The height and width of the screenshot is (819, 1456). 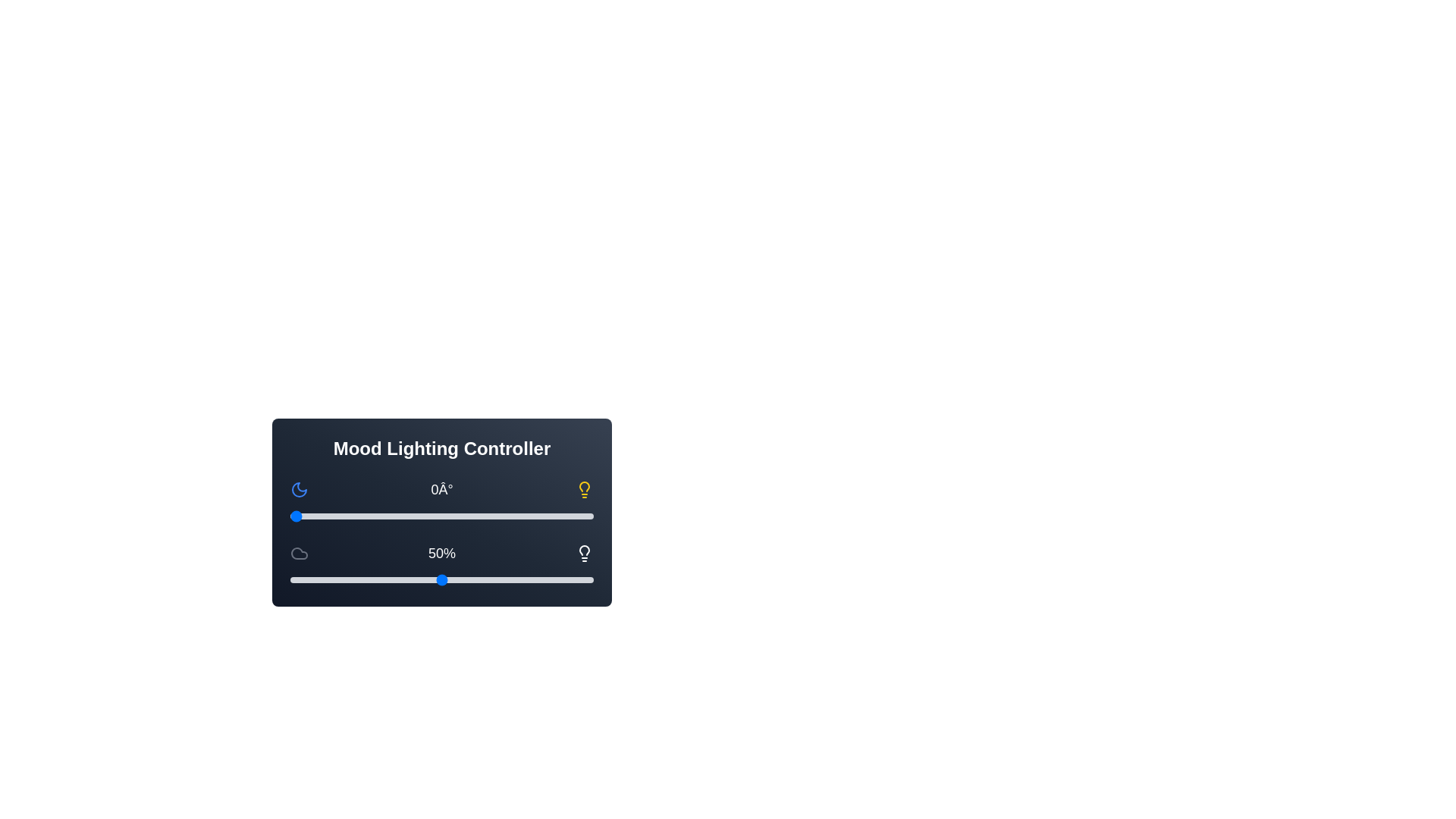 What do you see at coordinates (293, 516) in the screenshot?
I see `the hue slider to 3 degrees` at bounding box center [293, 516].